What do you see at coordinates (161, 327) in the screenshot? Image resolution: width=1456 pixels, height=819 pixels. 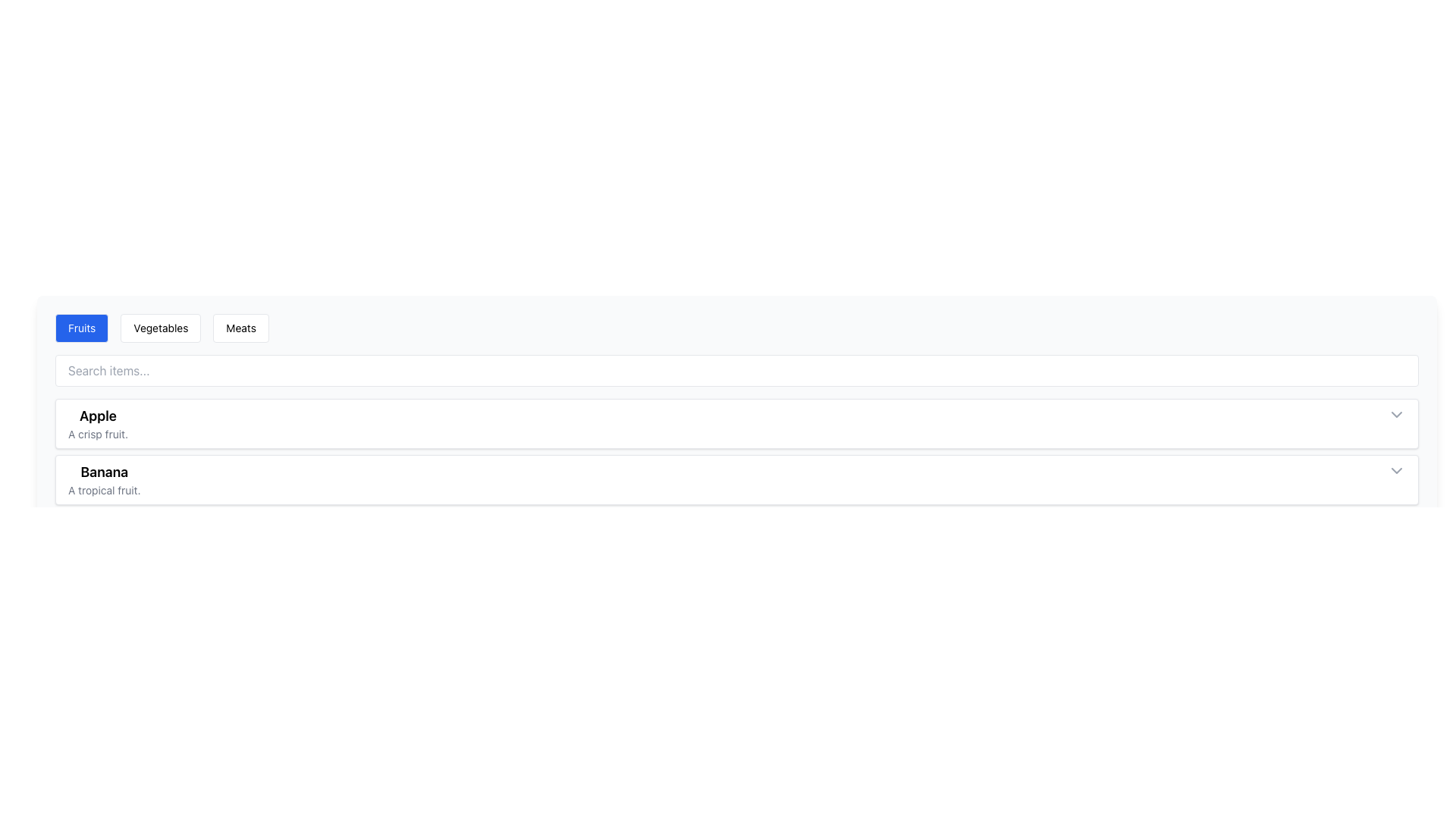 I see `the 'Vegetables' button, which is a rectangular button with a white background, located in the upper segment of the interface, between the 'Fruits' and 'Meats' buttons` at bounding box center [161, 327].